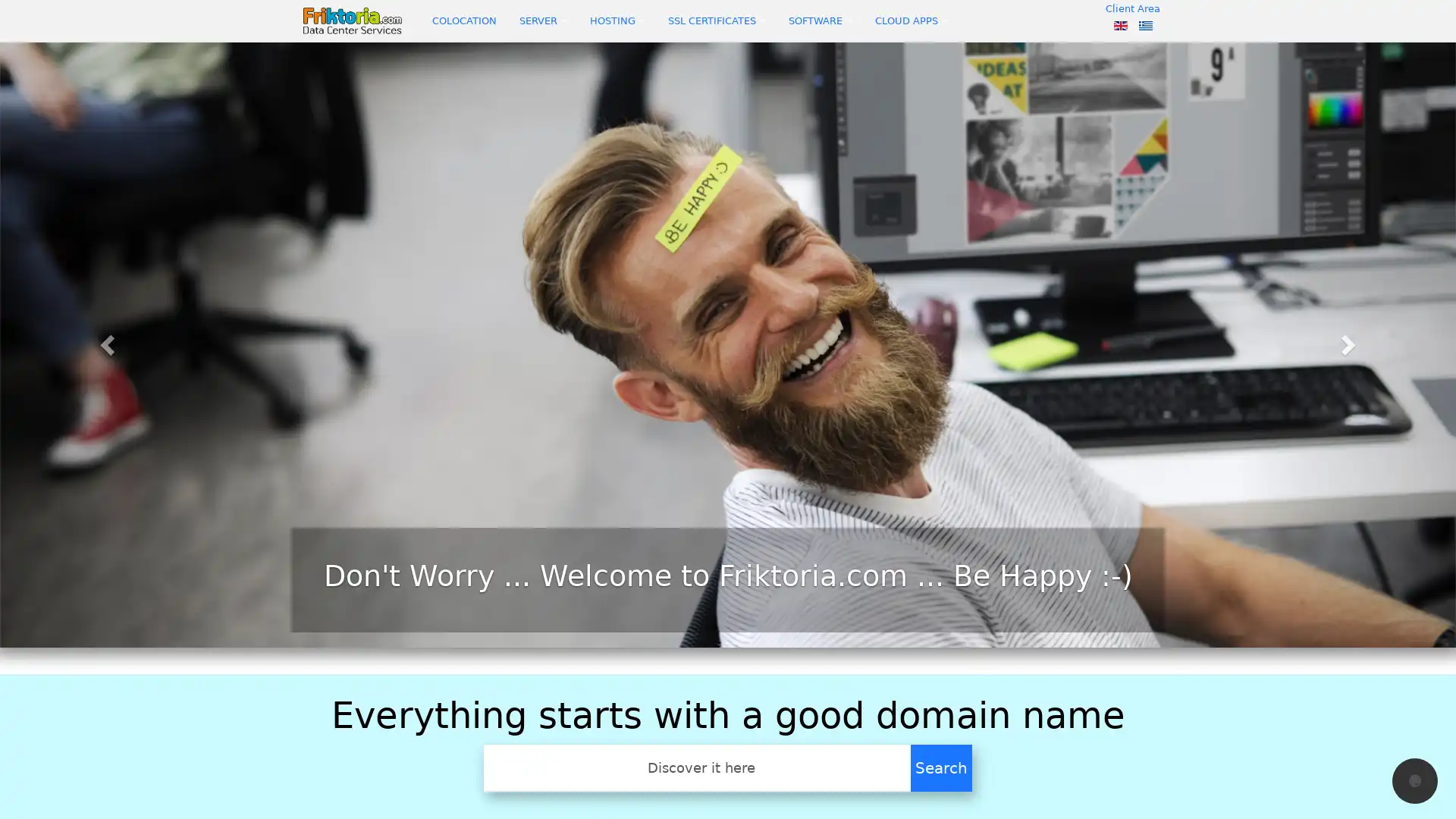 The image size is (1456, 819). Describe the element at coordinates (940, 767) in the screenshot. I see `Search` at that location.